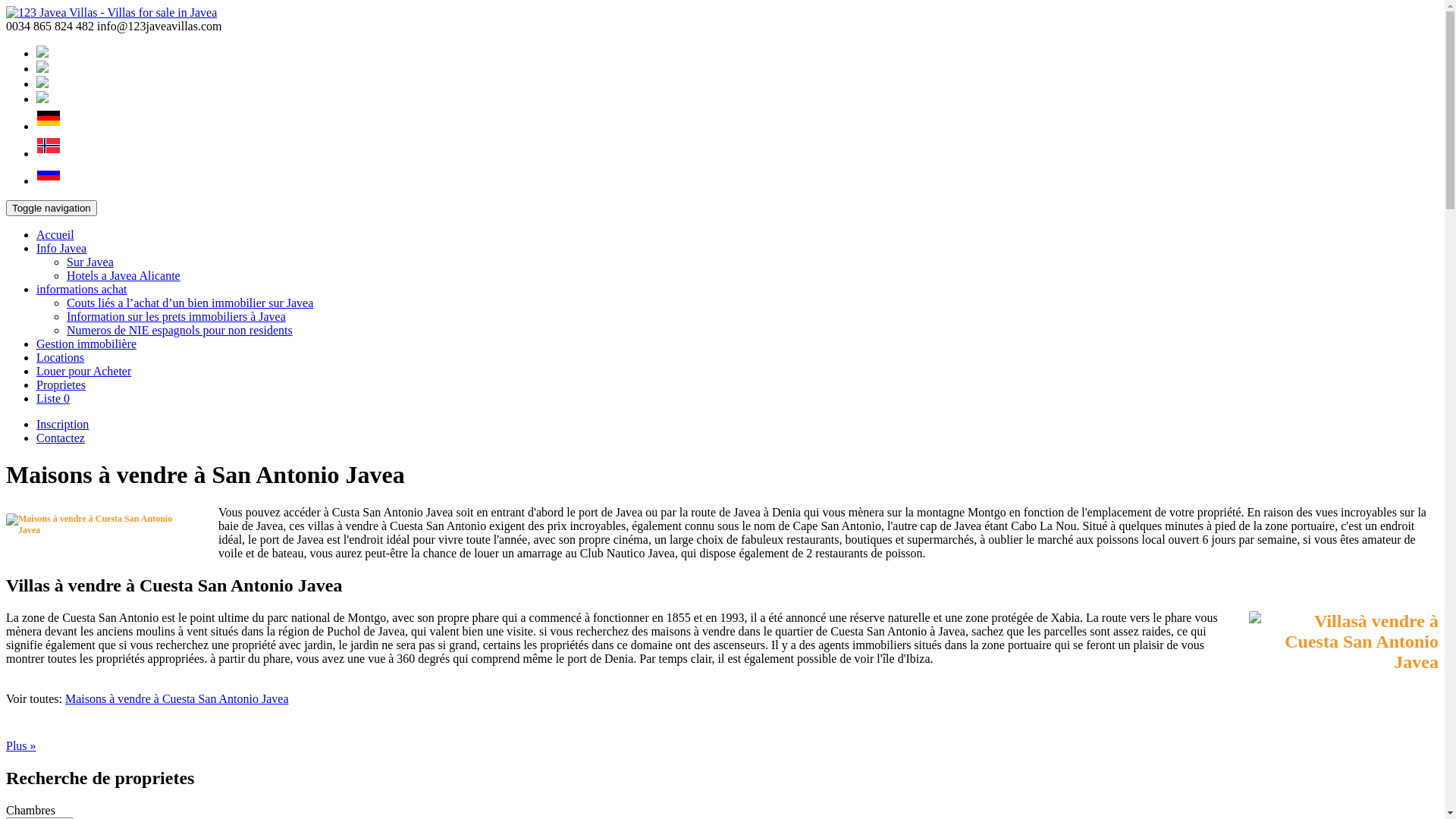  Describe the element at coordinates (48, 125) in the screenshot. I see `'German'` at that location.